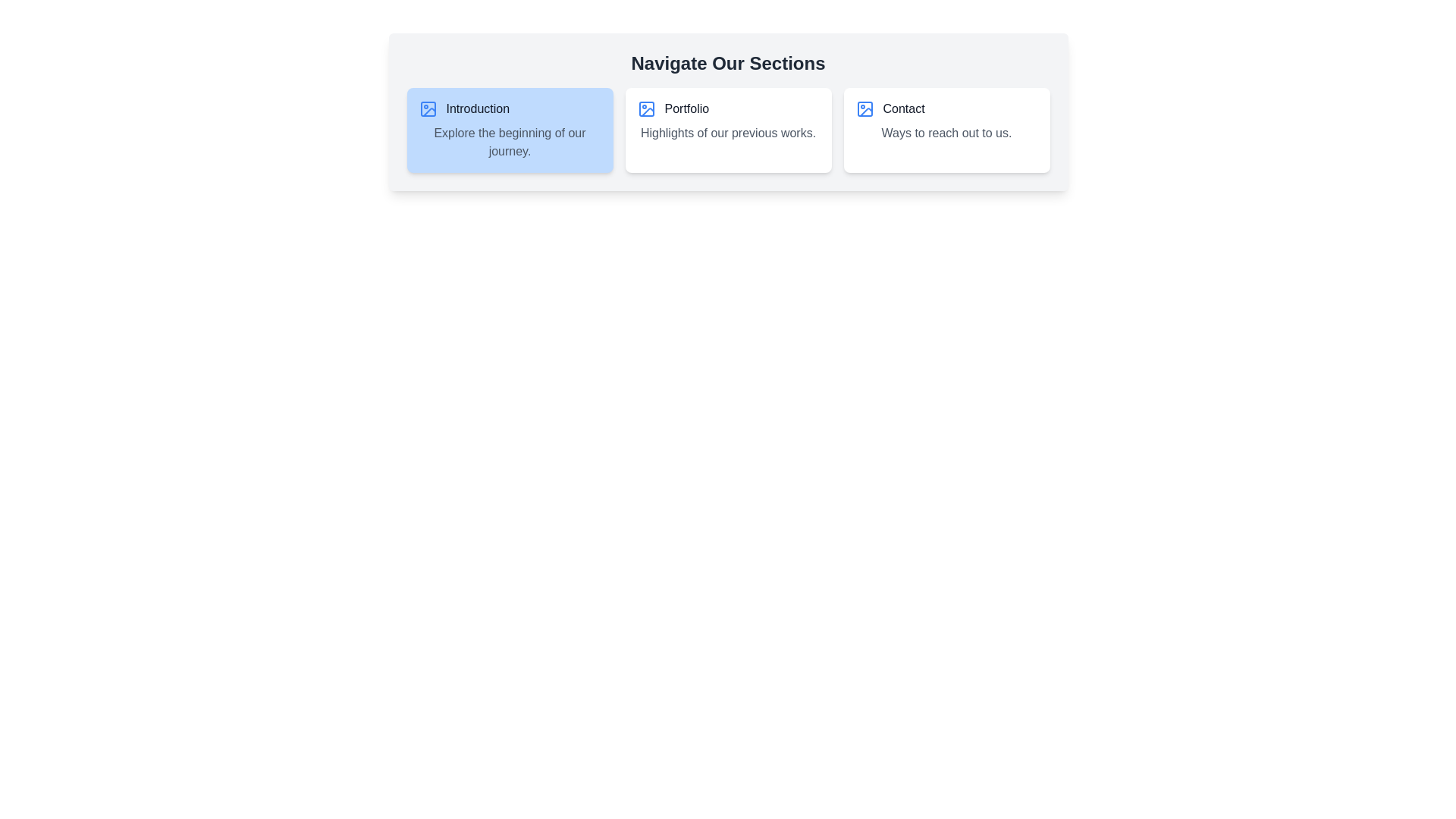 This screenshot has height=819, width=1456. I want to click on text label that provides a brief description or tagline associated with the 'Portfolio' section, located directly below the text 'Portfolio', so click(728, 133).